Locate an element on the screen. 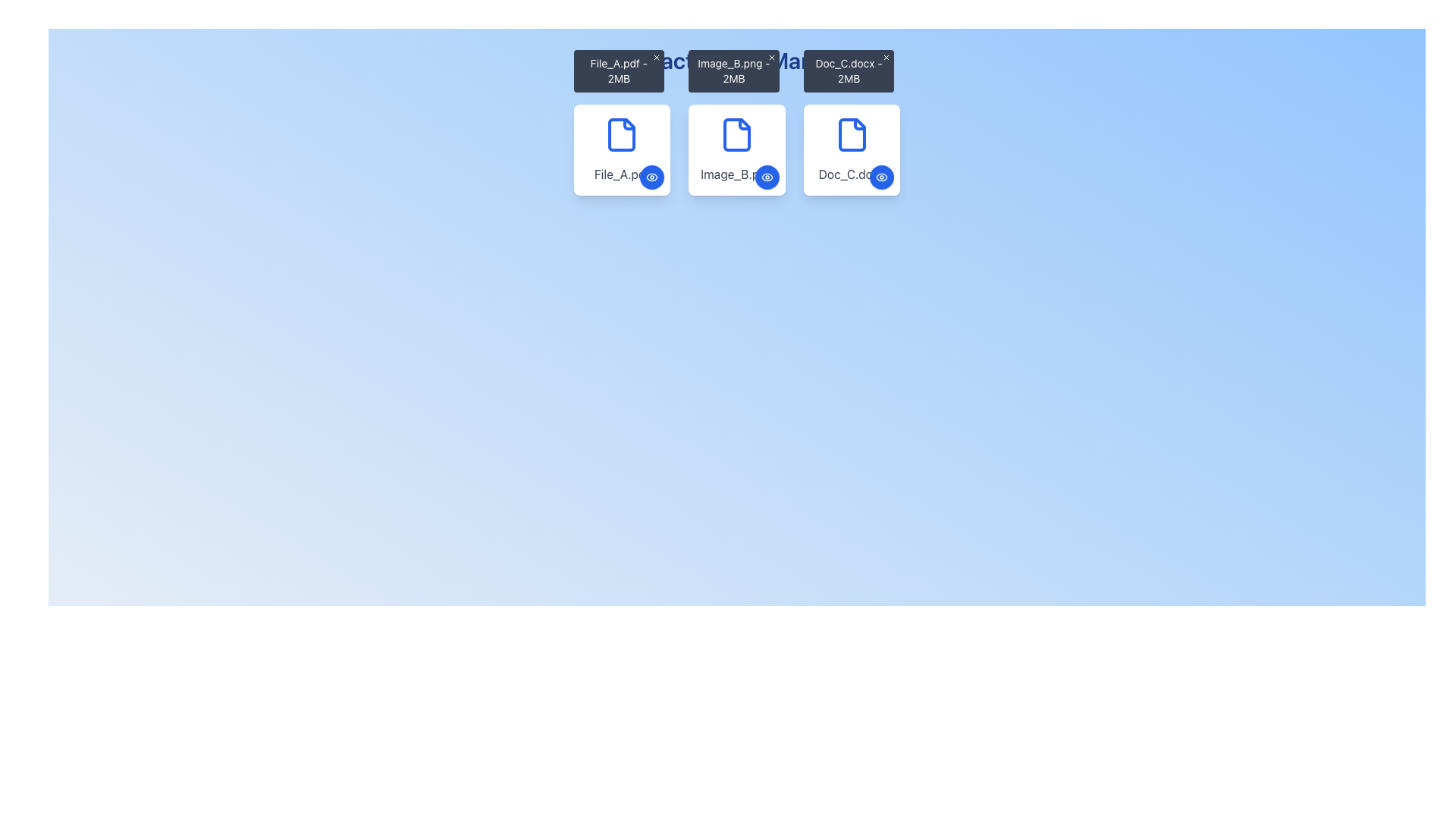 The width and height of the screenshot is (1456, 819). the dark gray rectangular tooltip labeled 'File_A.pdf - 2MB' is located at coordinates (619, 71).